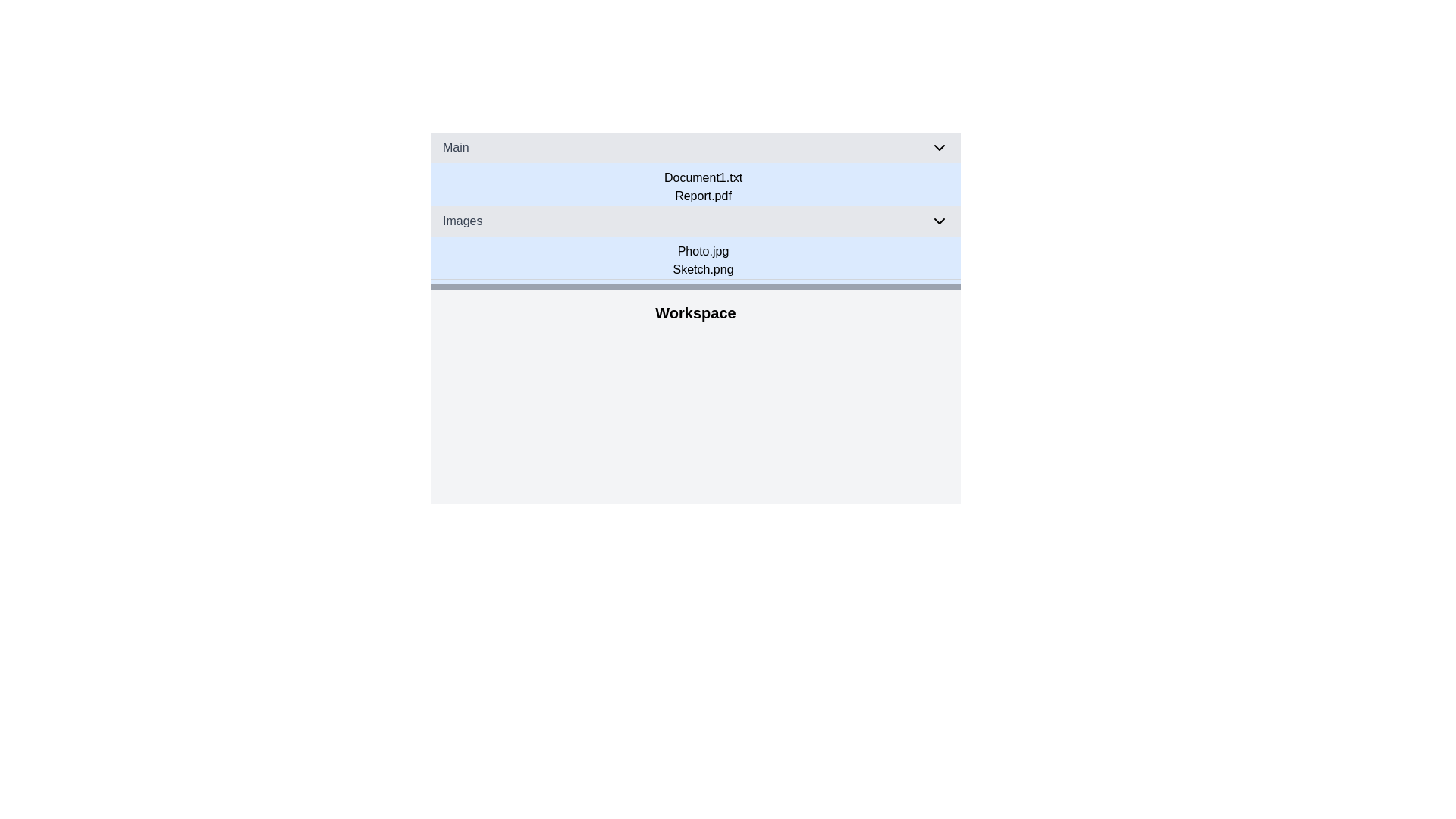 This screenshot has height=819, width=1456. I want to click on the display area for the listed items 'Document1.txt' and 'Report.pdf', so click(702, 186).